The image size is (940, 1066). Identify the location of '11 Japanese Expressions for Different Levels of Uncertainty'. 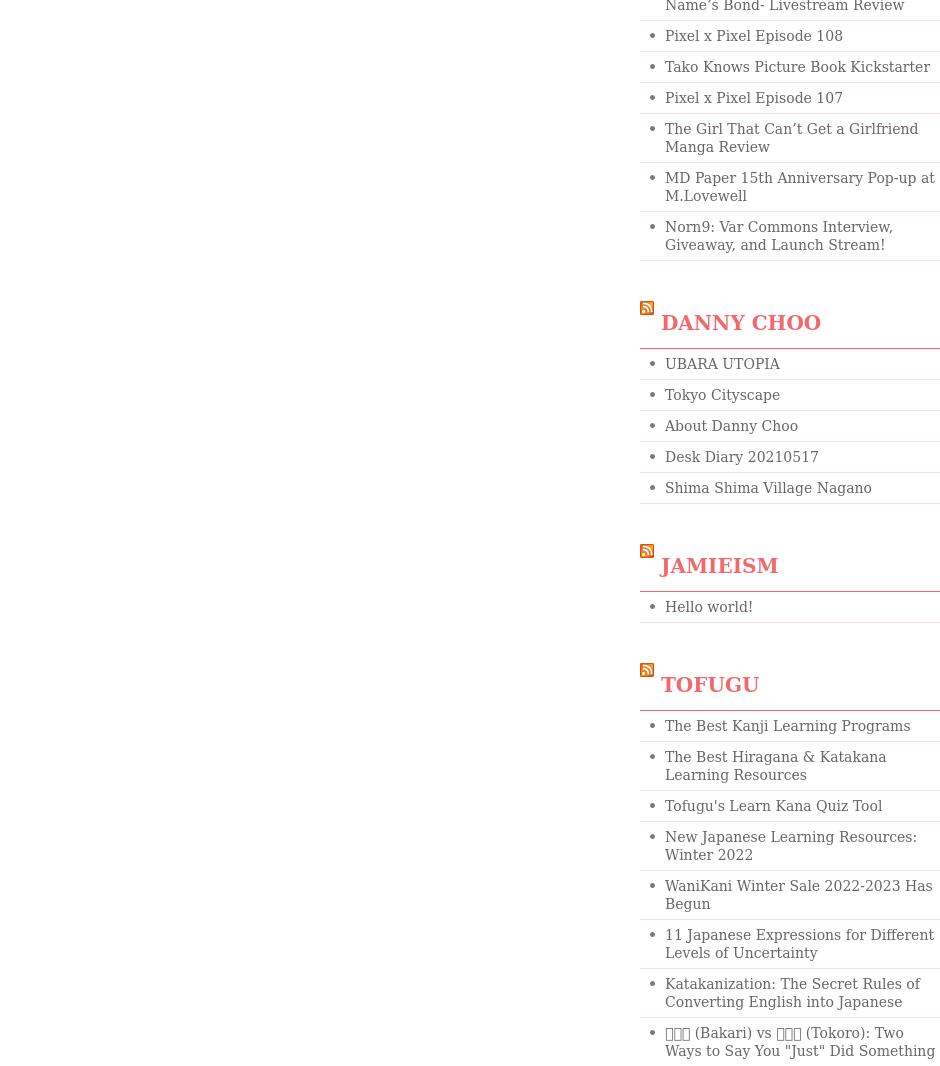
(799, 944).